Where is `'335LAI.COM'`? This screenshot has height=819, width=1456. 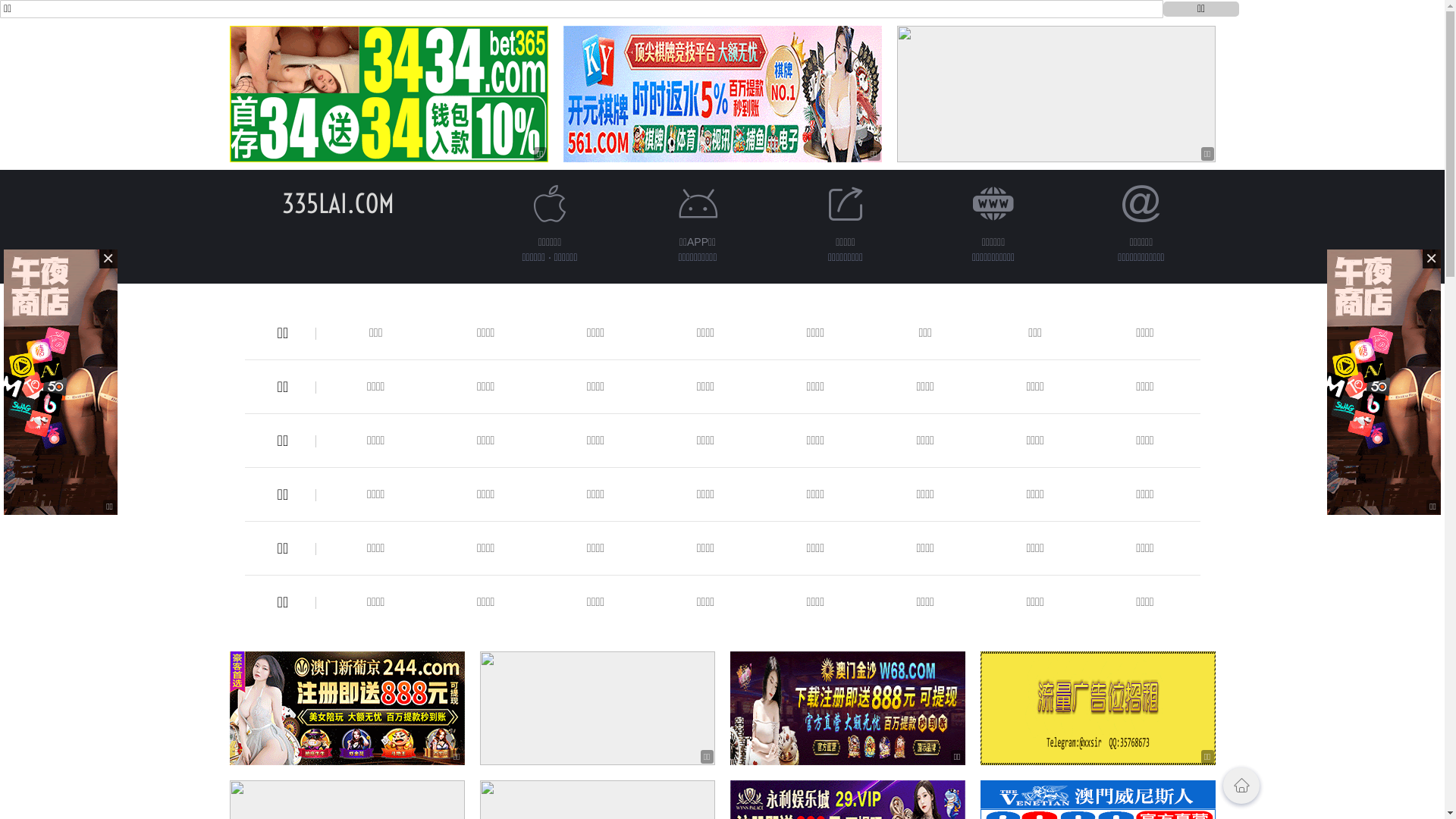 '335LAI.COM' is located at coordinates (337, 202).